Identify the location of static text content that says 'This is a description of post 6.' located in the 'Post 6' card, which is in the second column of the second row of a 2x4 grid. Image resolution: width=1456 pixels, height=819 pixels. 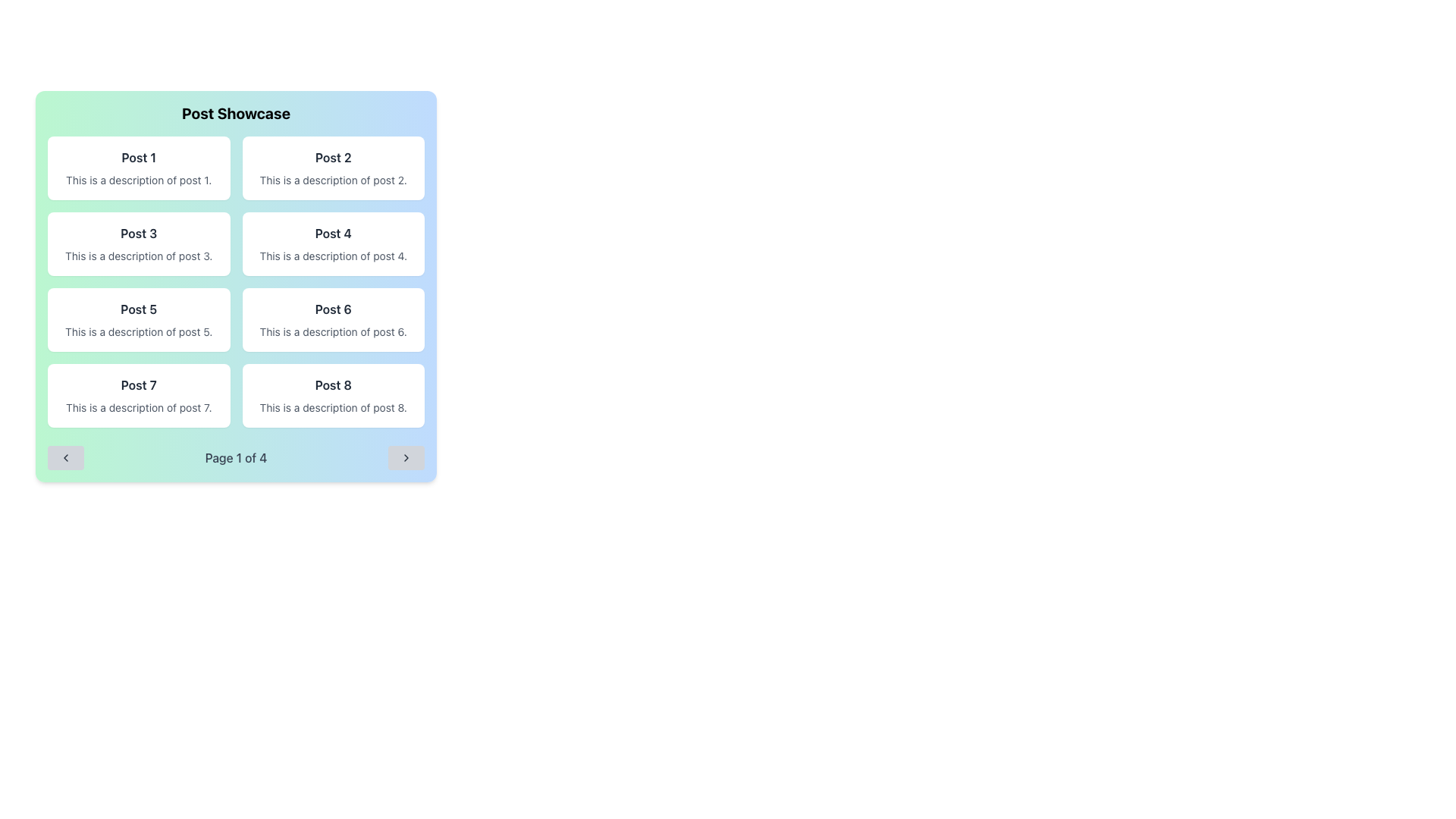
(332, 331).